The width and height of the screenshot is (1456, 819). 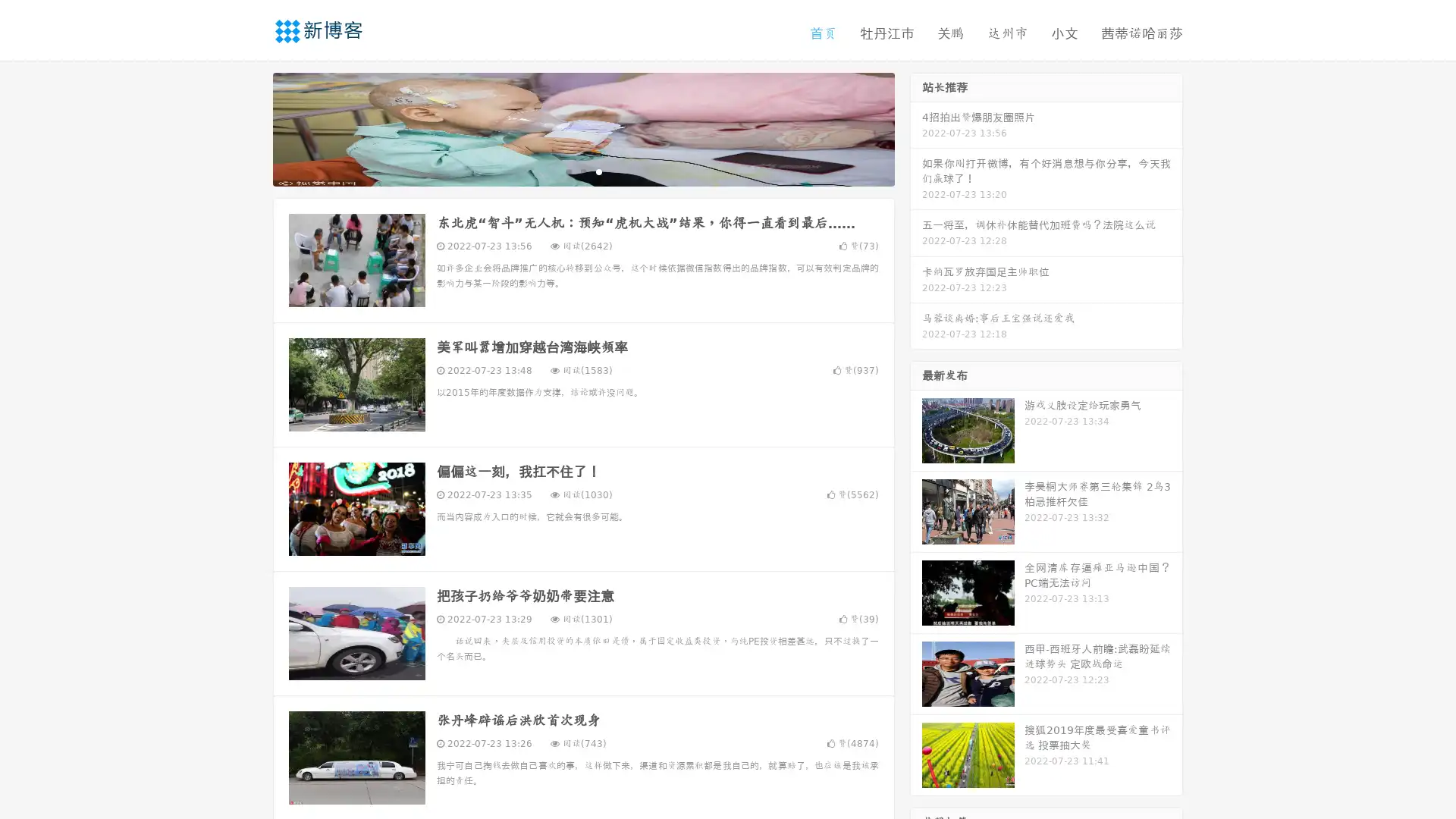 I want to click on Go to slide 2, so click(x=582, y=171).